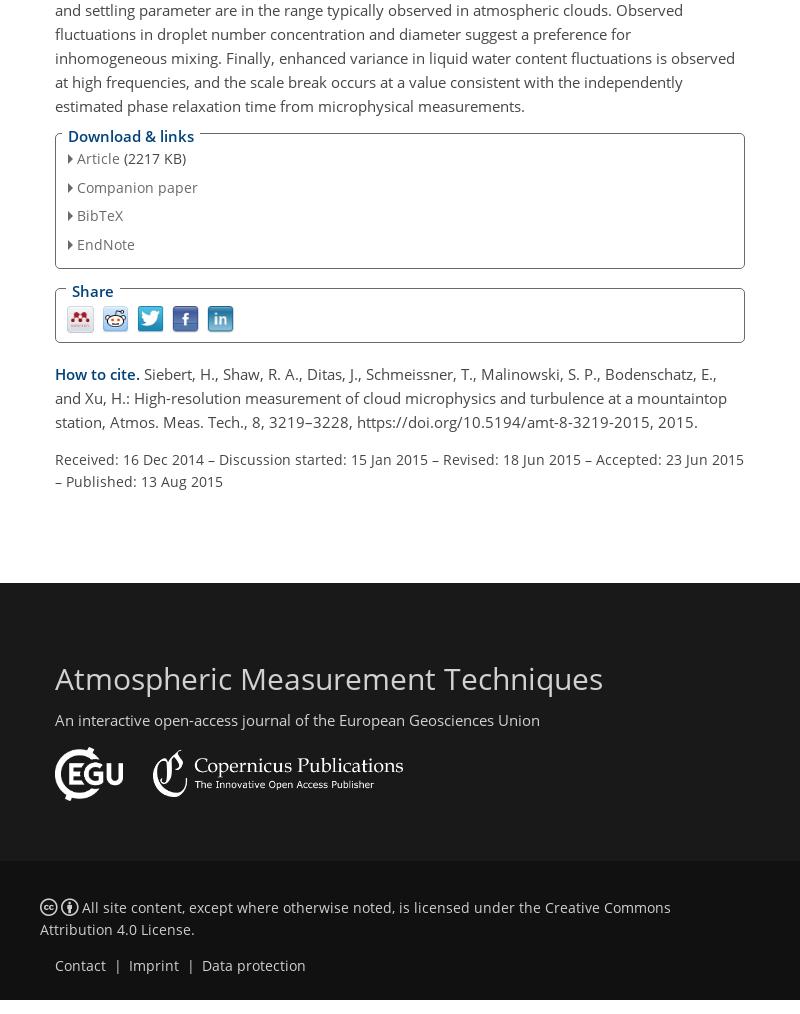 The height and width of the screenshot is (1014, 800). Describe the element at coordinates (253, 966) in the screenshot. I see `'Data protection'` at that location.